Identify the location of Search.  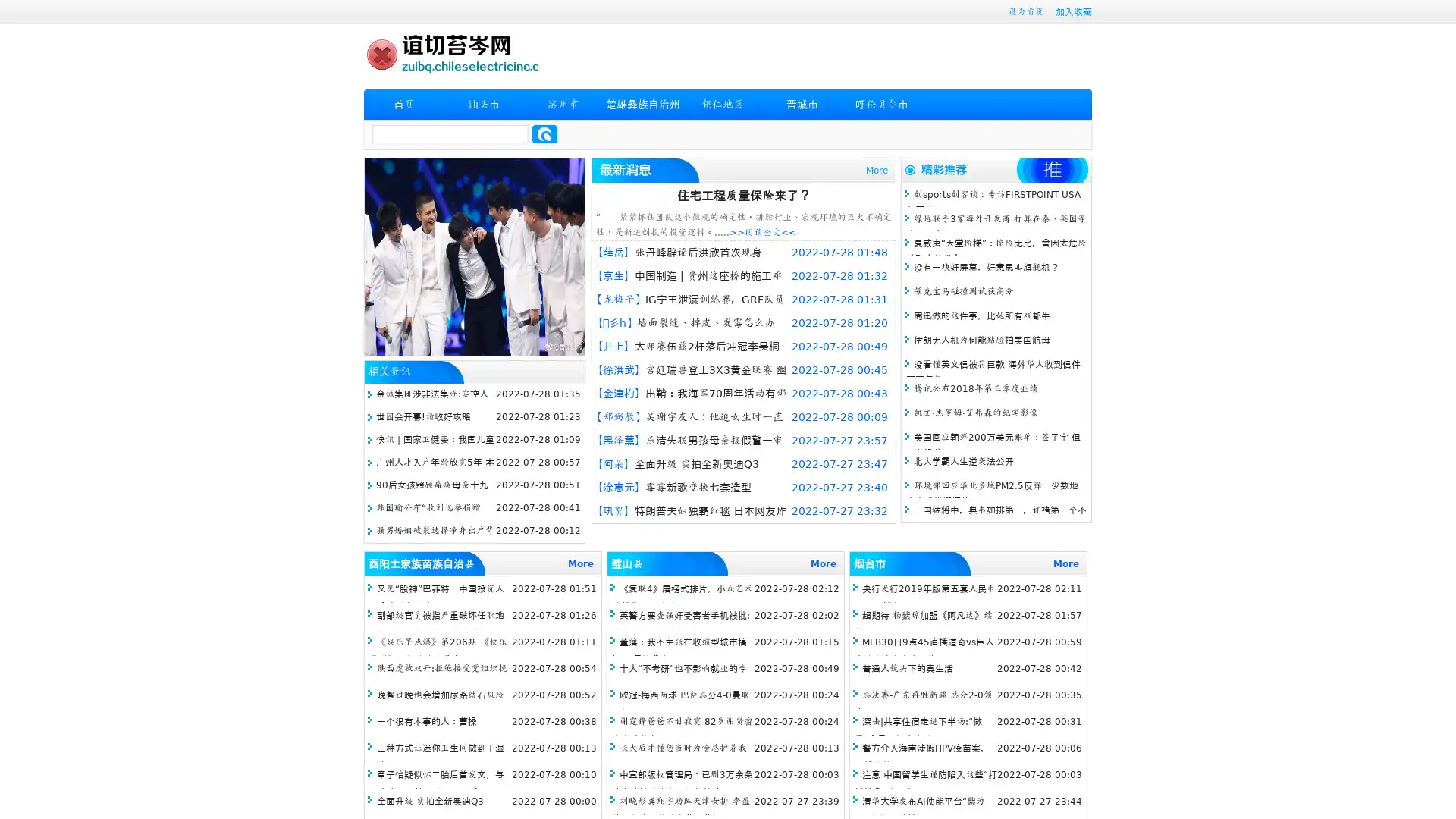
(544, 133).